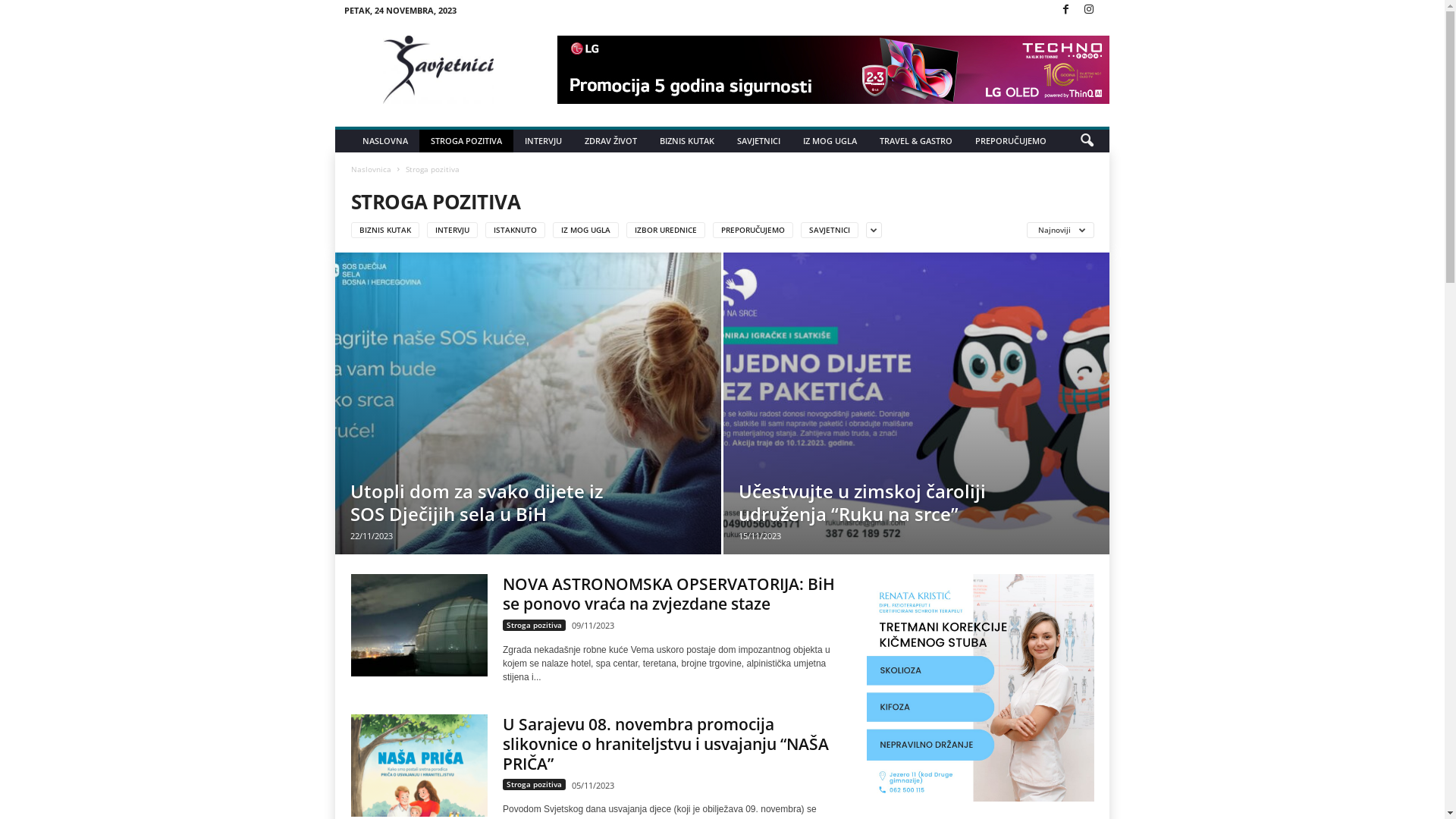 This screenshot has height=819, width=1456. I want to click on 'SAVJETNICI', so click(758, 140).